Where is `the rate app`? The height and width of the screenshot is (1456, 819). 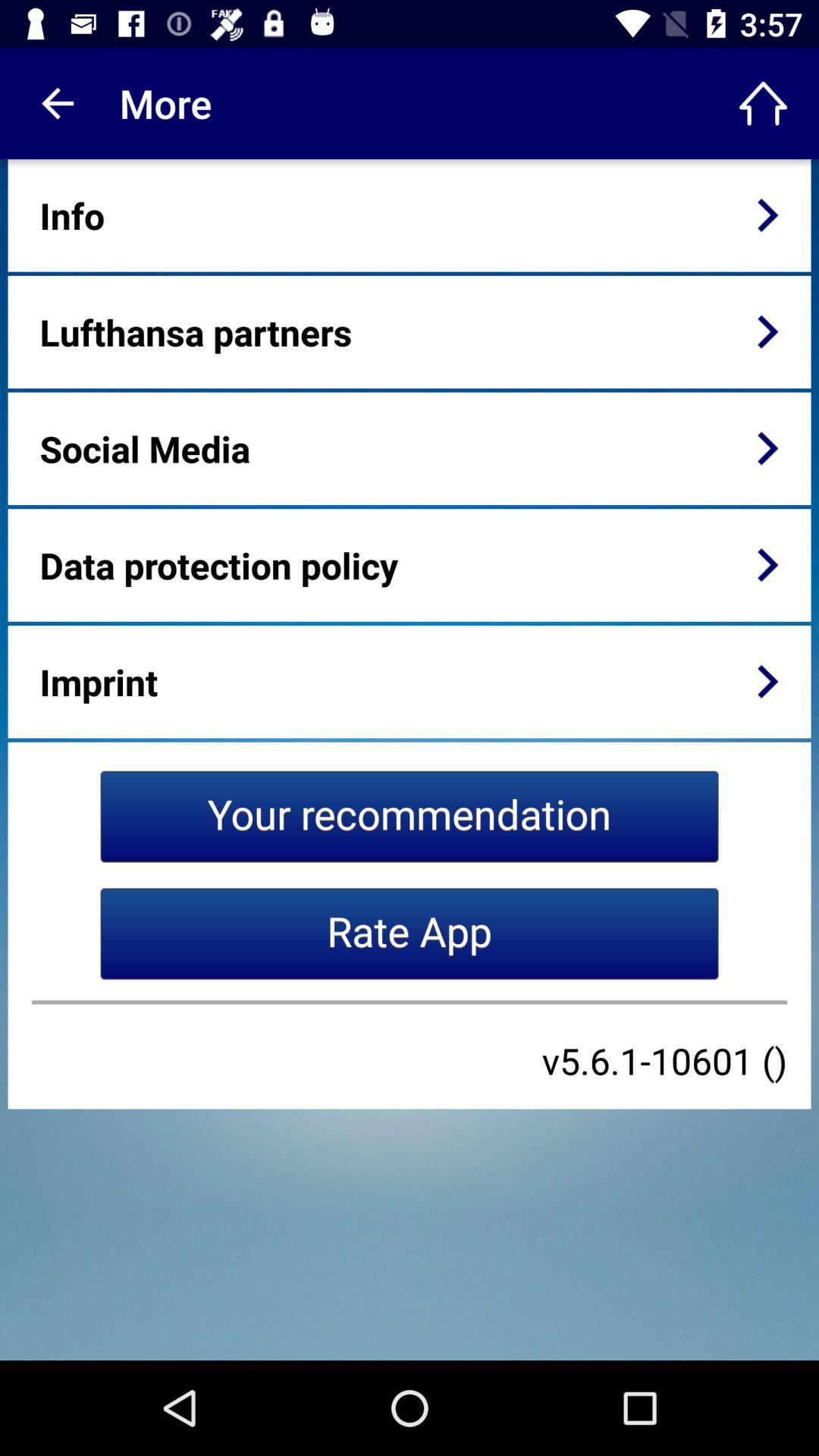 the rate app is located at coordinates (409, 933).